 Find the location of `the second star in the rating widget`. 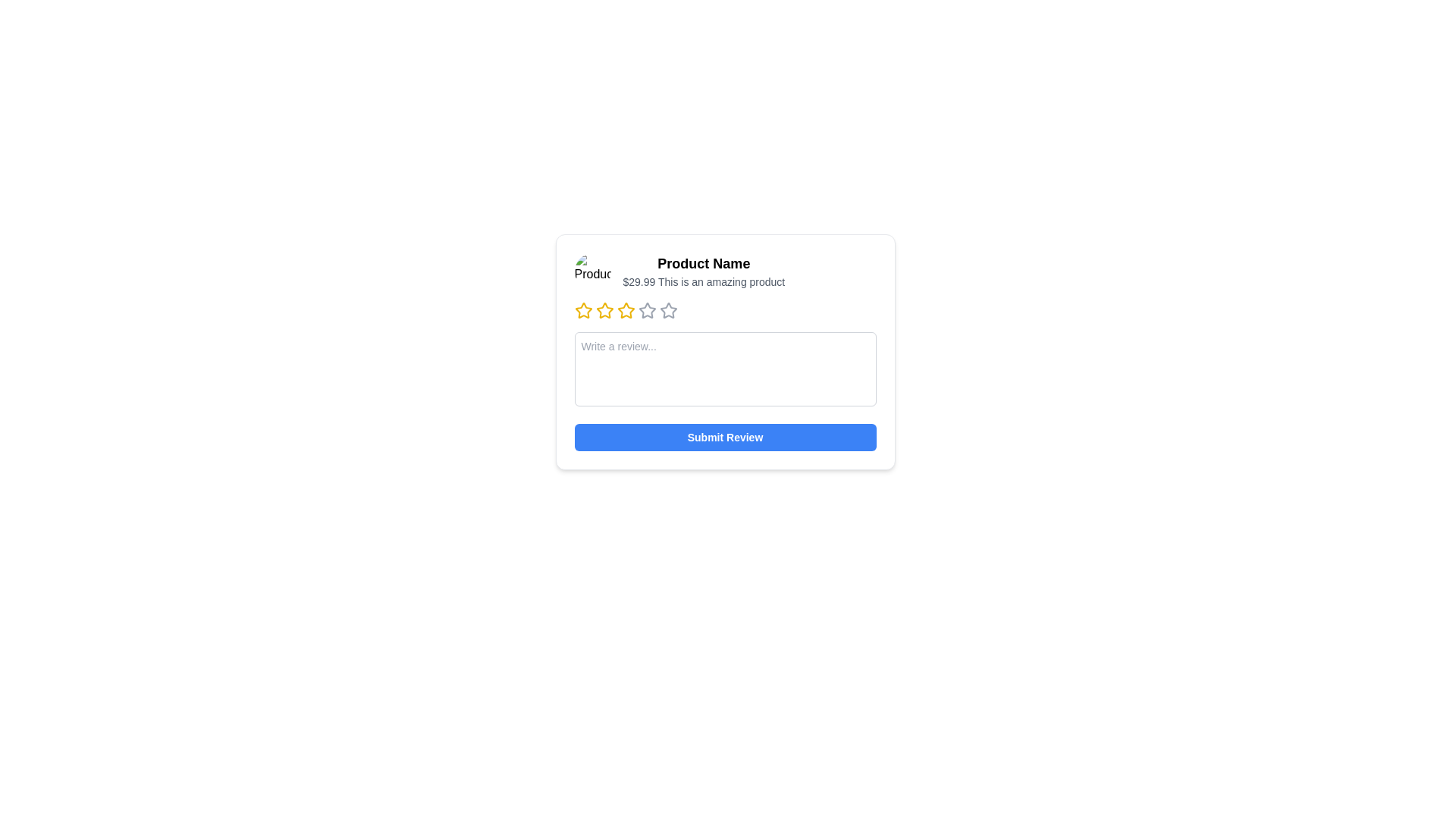

the second star in the rating widget is located at coordinates (604, 309).